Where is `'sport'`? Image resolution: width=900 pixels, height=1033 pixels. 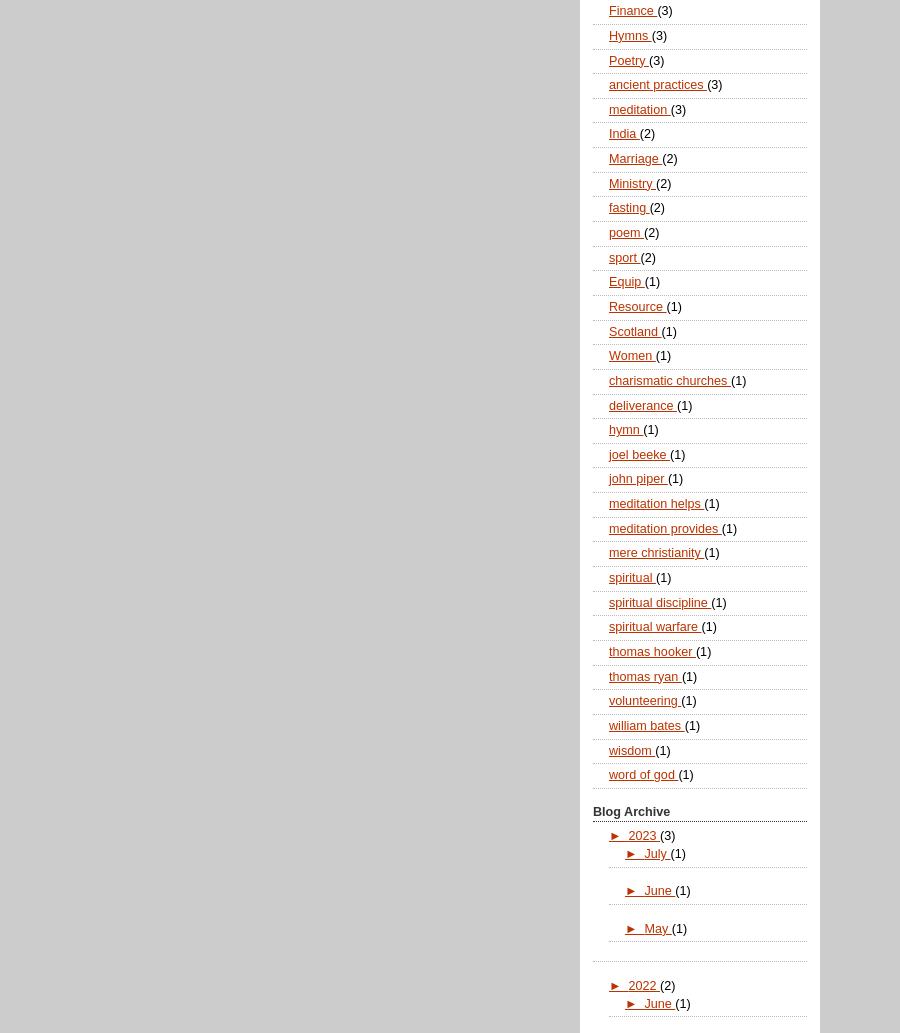 'sport' is located at coordinates (624, 256).